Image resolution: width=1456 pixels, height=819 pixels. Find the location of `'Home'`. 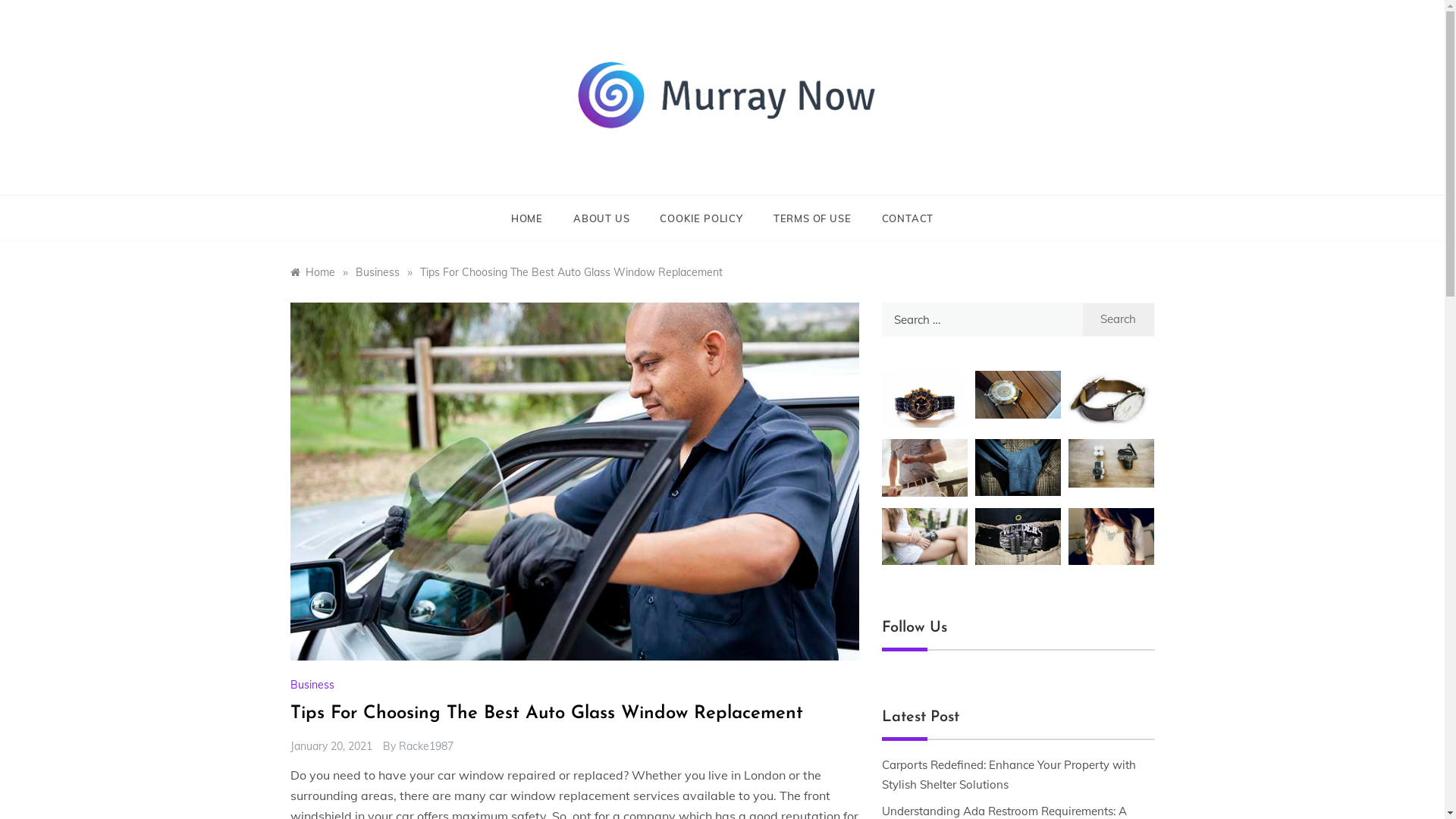

'Home' is located at coordinates (311, 271).